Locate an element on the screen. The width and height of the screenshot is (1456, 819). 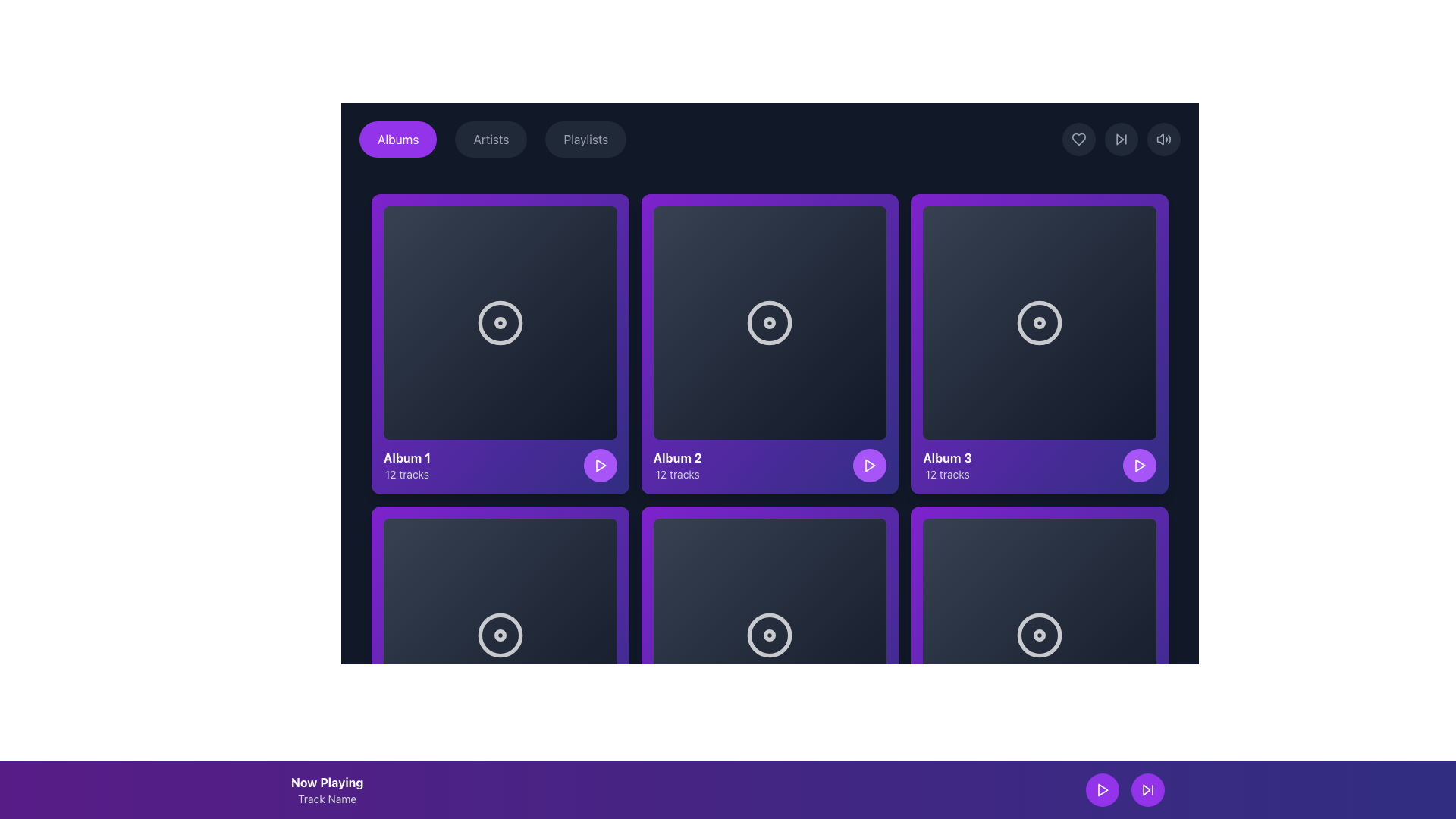
the center icon within the circular graphic located in the sixth card of the grid layout, specifically positioned in the second row and third column is located at coordinates (770, 635).